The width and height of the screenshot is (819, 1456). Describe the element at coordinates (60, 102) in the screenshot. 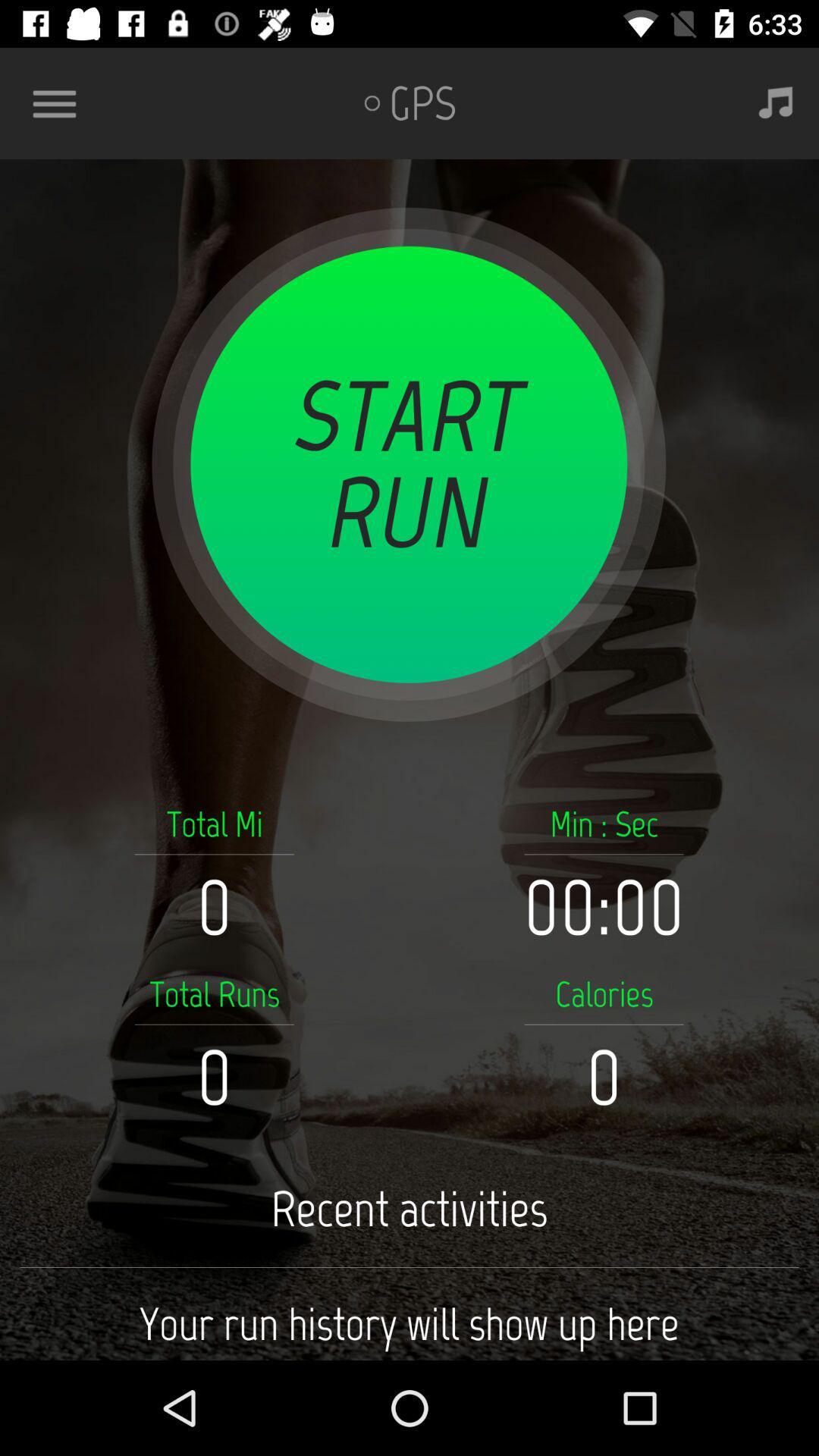

I see `menu` at that location.